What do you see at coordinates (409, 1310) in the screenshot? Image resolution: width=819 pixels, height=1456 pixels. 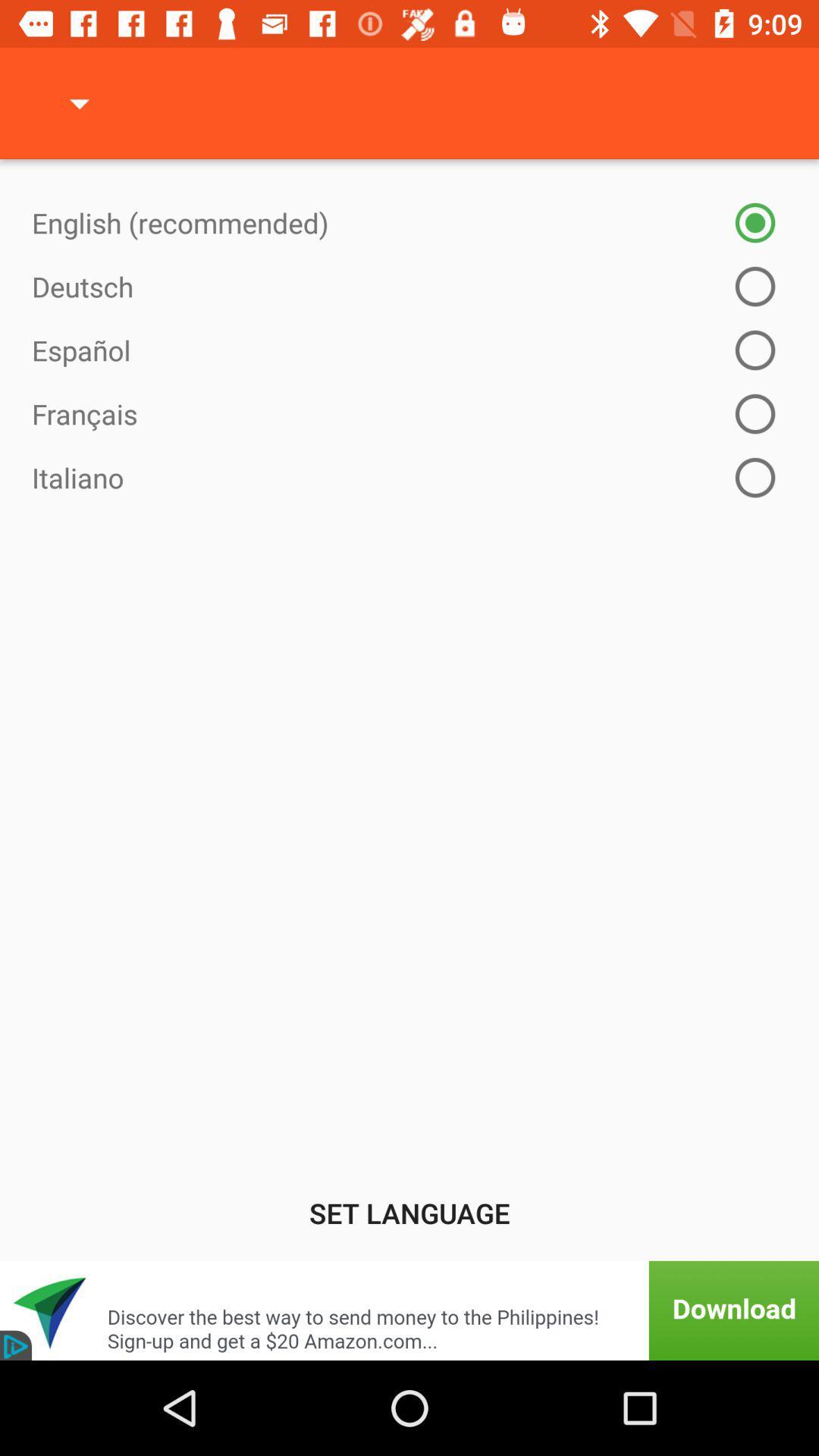 I see `advertisements` at bounding box center [409, 1310].